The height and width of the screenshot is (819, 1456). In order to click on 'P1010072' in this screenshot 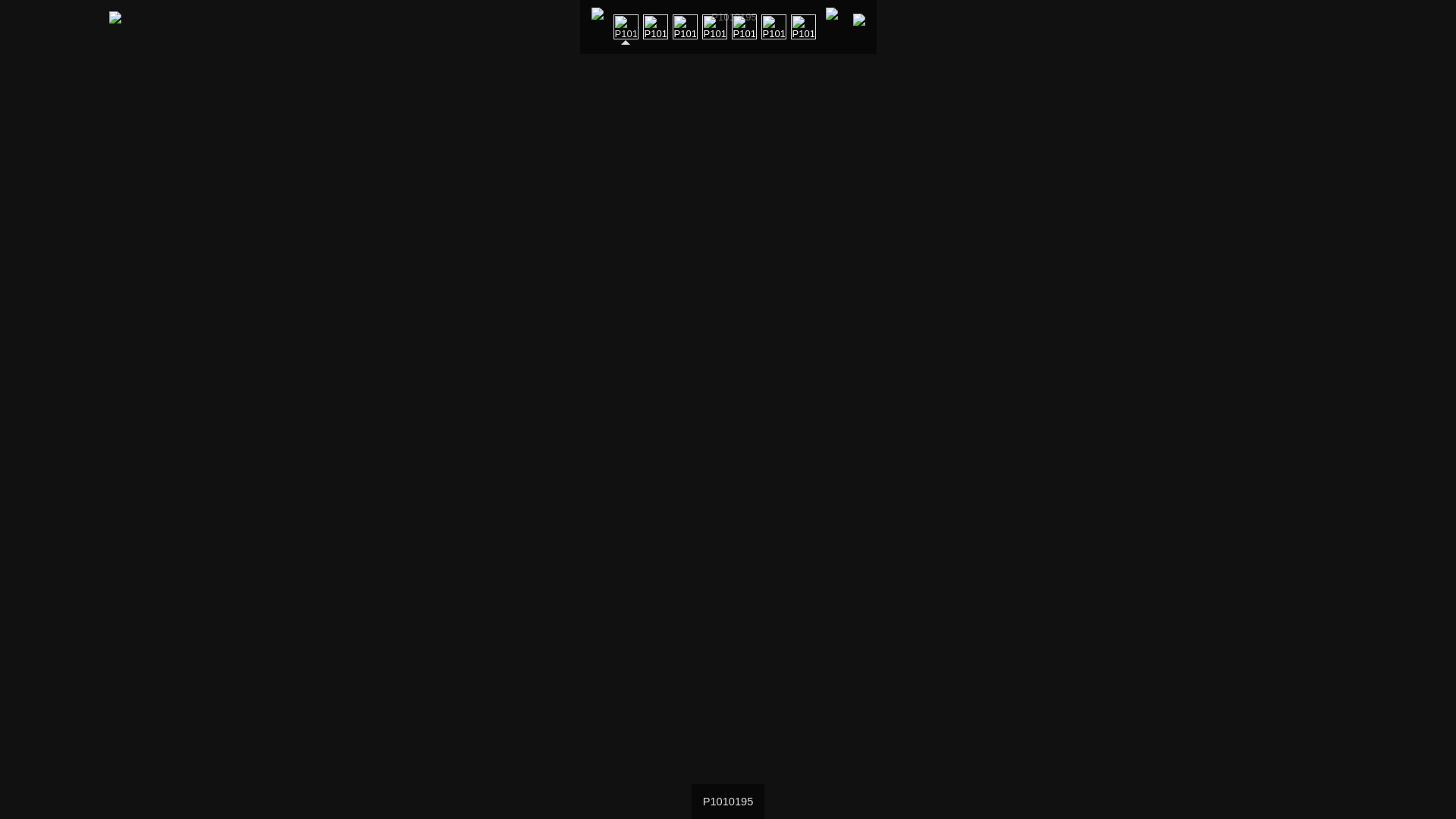, I will do `click(655, 27)`.